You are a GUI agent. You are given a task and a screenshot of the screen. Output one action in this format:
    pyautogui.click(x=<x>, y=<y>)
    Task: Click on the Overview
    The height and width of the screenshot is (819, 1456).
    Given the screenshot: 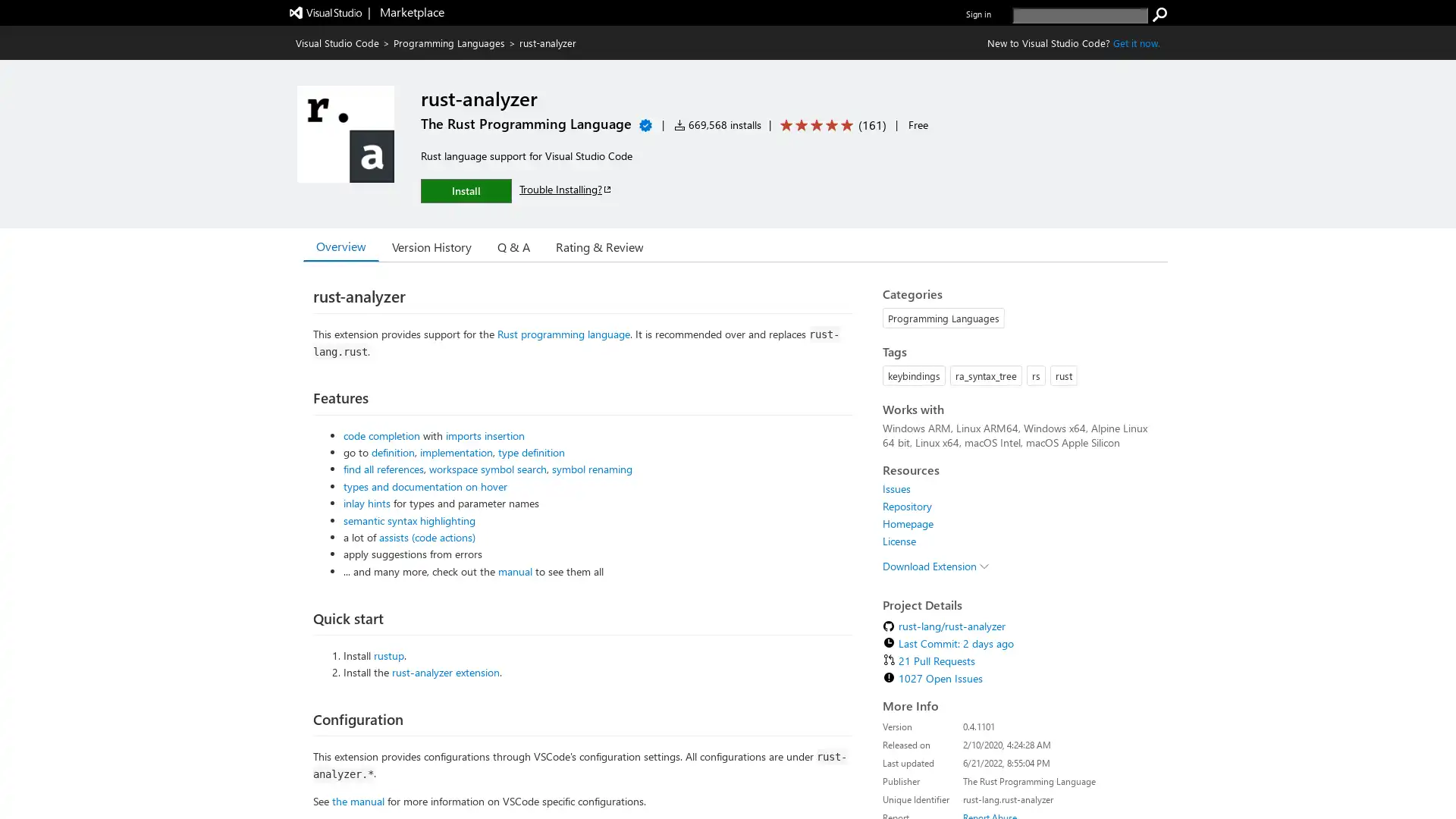 What is the action you would take?
    pyautogui.click(x=340, y=245)
    